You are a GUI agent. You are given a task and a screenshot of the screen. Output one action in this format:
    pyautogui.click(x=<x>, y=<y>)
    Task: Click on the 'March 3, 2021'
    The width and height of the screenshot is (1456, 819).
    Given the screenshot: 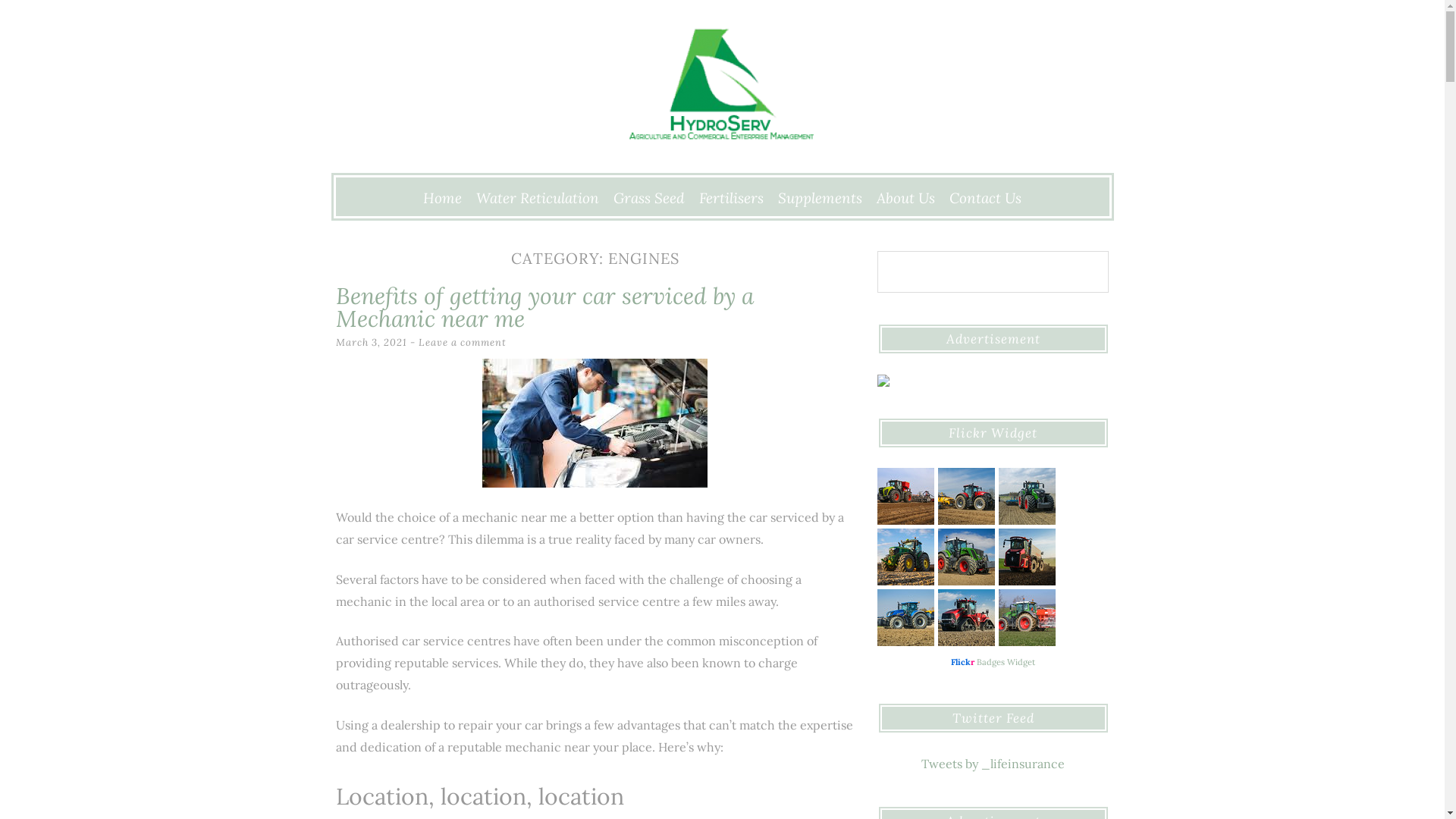 What is the action you would take?
    pyautogui.click(x=371, y=342)
    